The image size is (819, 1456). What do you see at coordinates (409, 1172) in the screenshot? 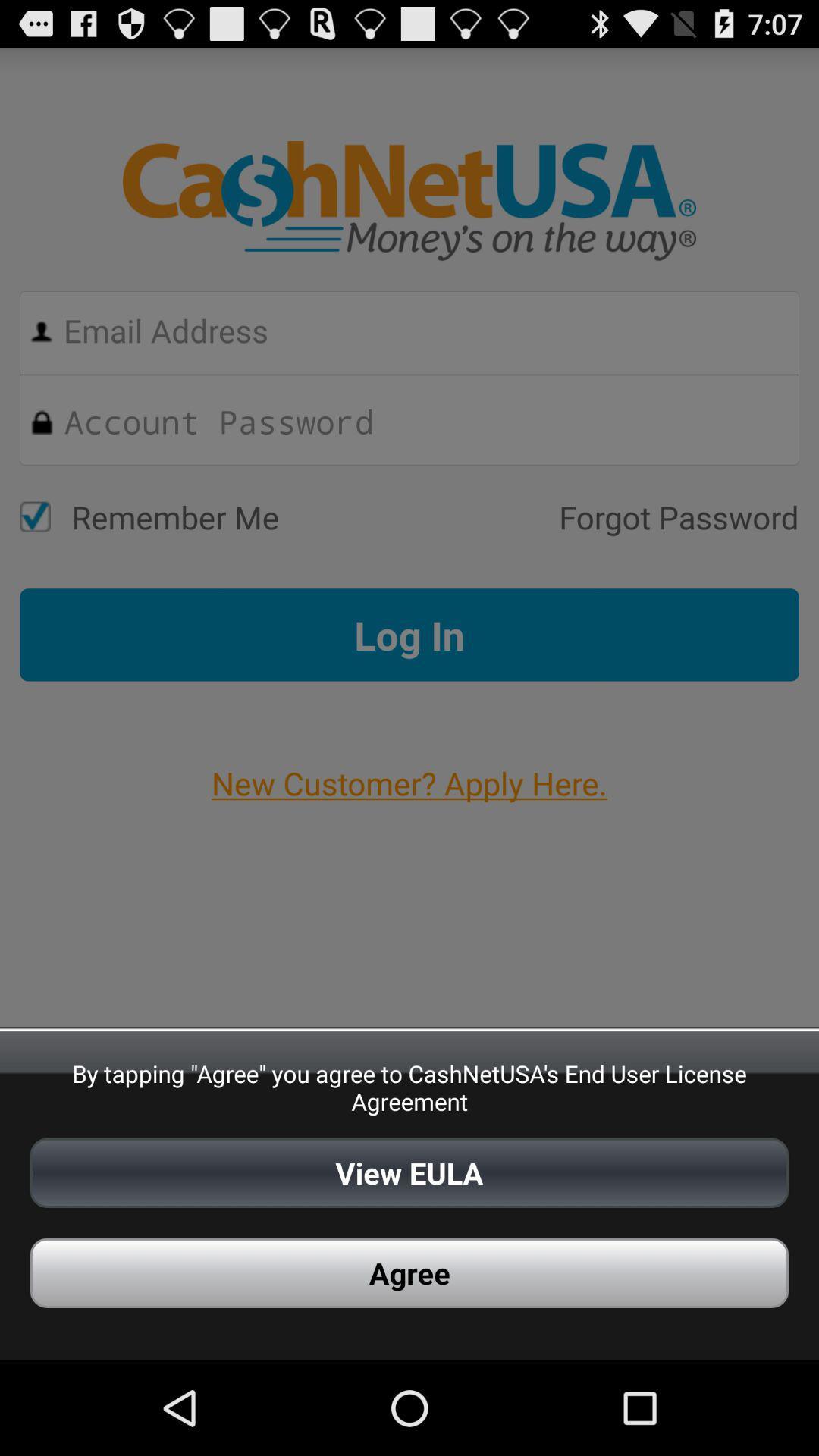
I see `view eula icon` at bounding box center [409, 1172].